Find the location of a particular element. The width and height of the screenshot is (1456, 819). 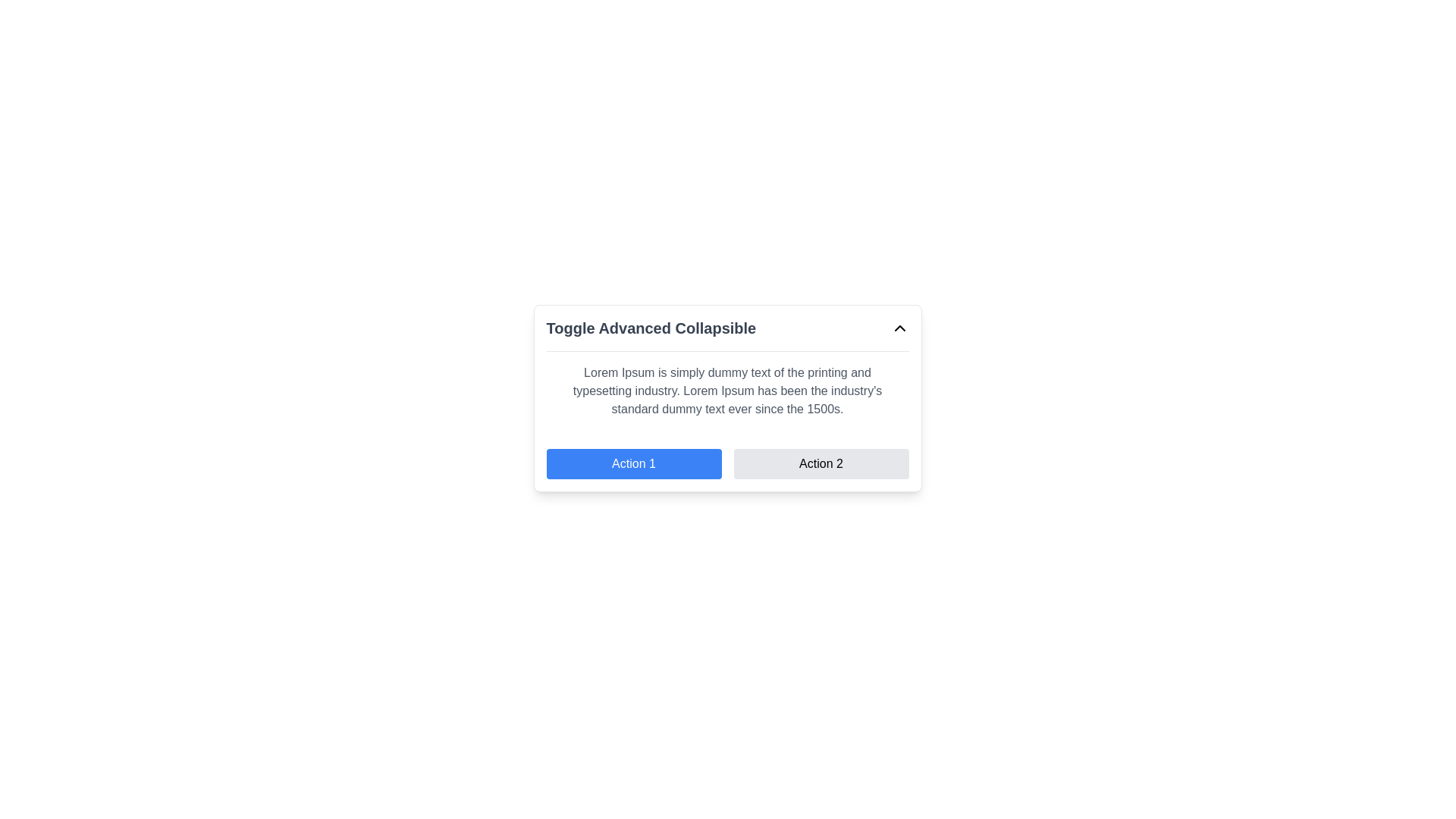

the 'Action 2' button located to the right of the 'Action 1' button at the bottom of the 'Toggle Advanced Collapsible' menu is located at coordinates (821, 463).